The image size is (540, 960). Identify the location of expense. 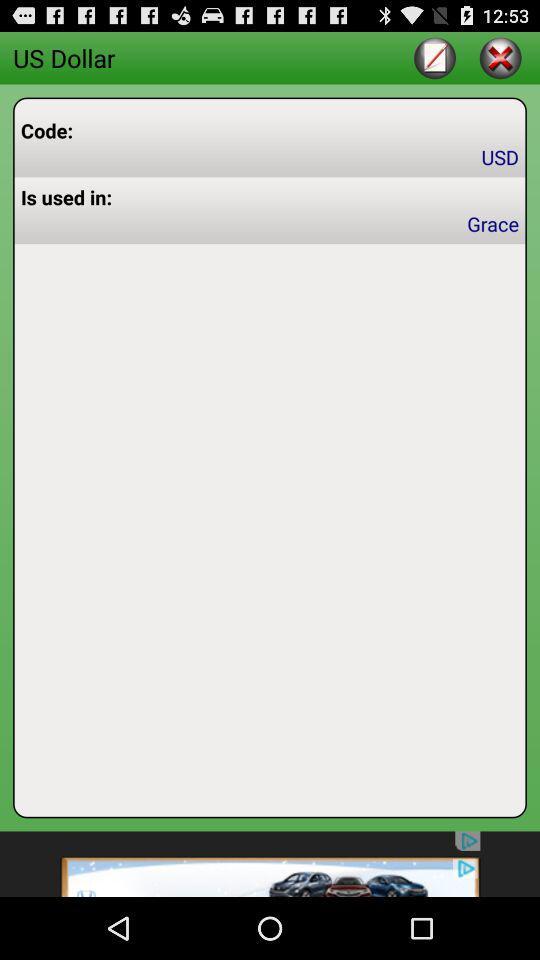
(434, 56).